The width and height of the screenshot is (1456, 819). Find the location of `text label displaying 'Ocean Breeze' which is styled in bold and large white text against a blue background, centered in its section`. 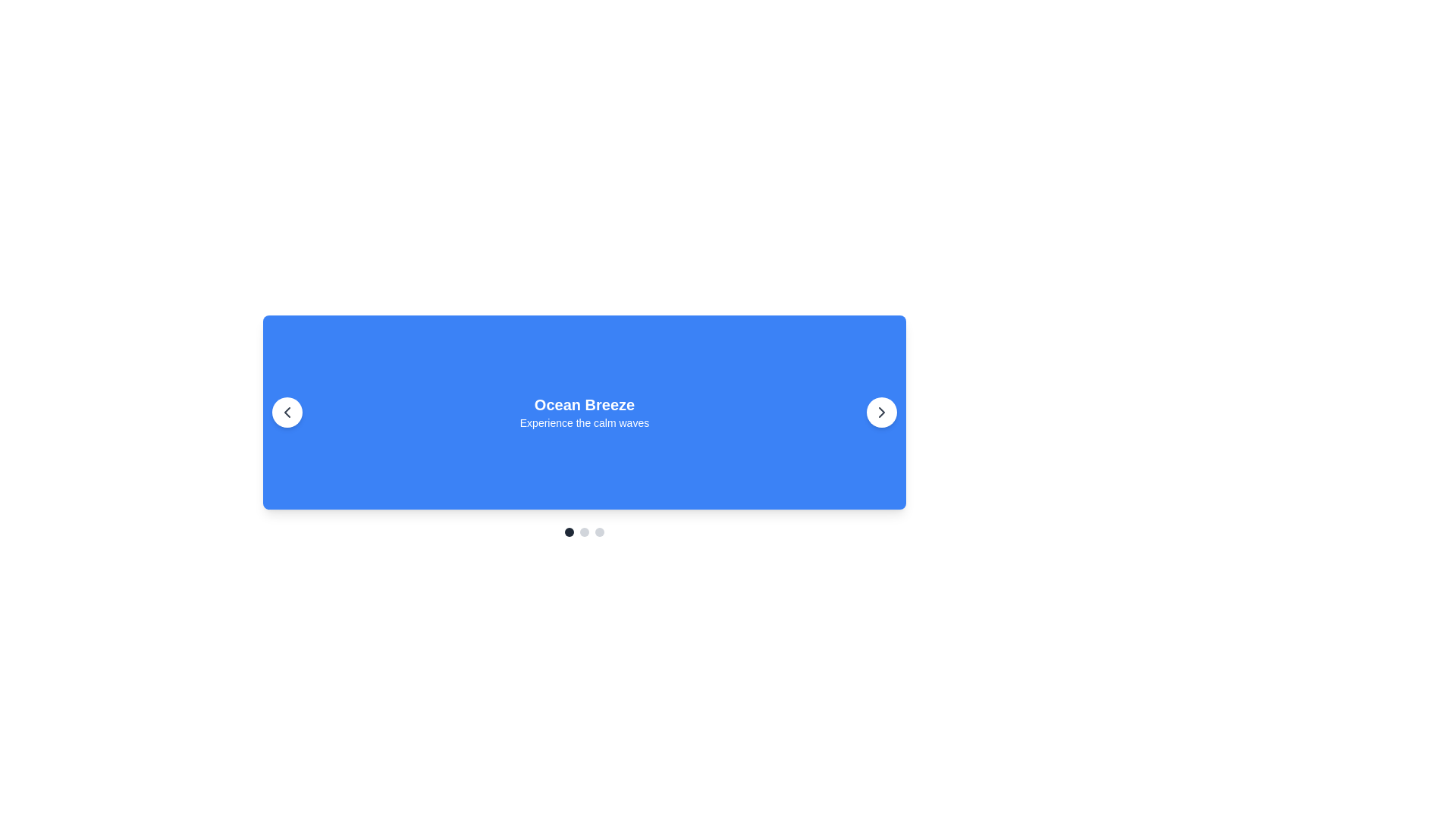

text label displaying 'Ocean Breeze' which is styled in bold and large white text against a blue background, centered in its section is located at coordinates (584, 403).